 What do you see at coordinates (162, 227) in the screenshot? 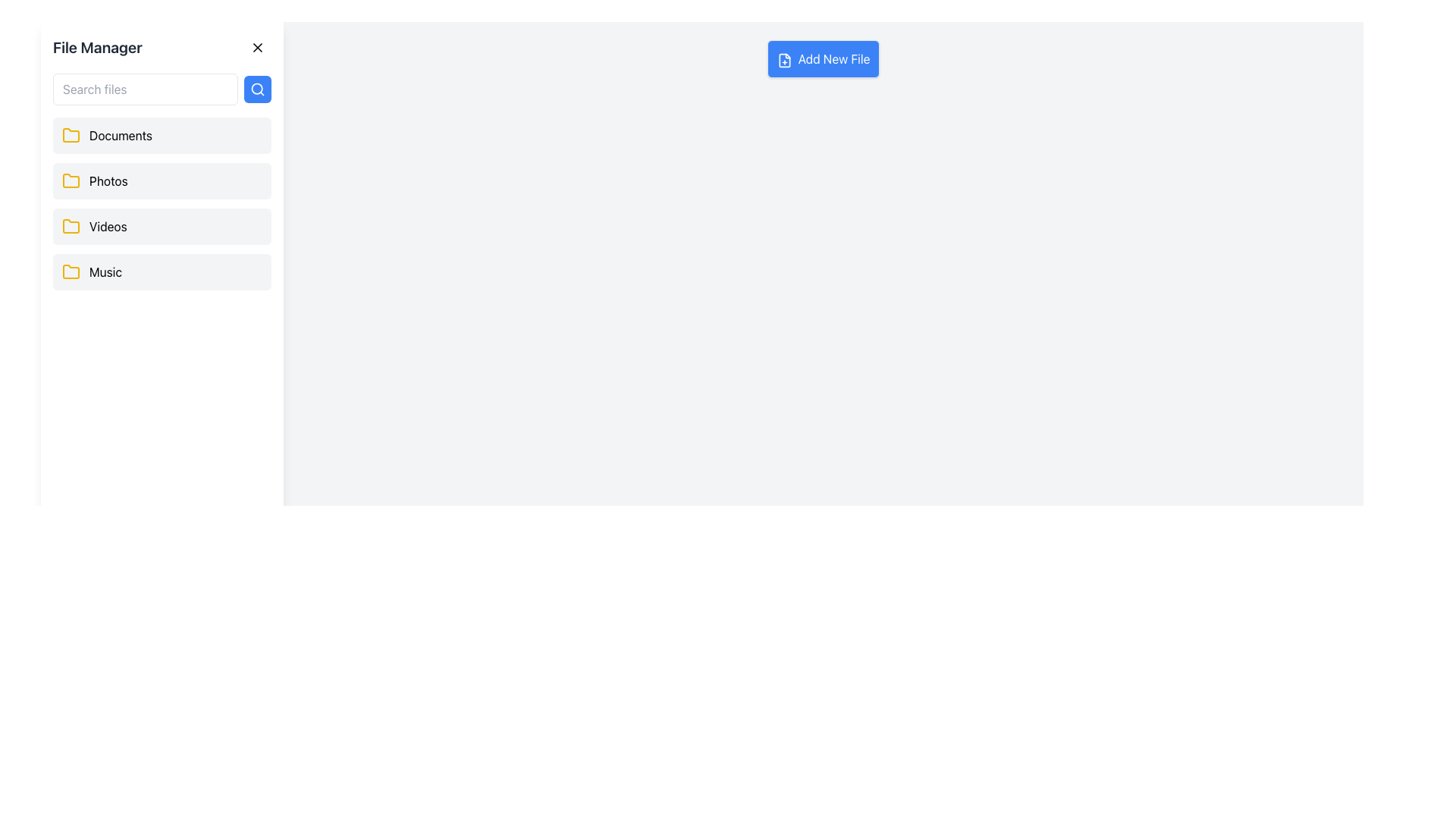
I see `the 'Videos' folder entry button in the sidebar` at bounding box center [162, 227].